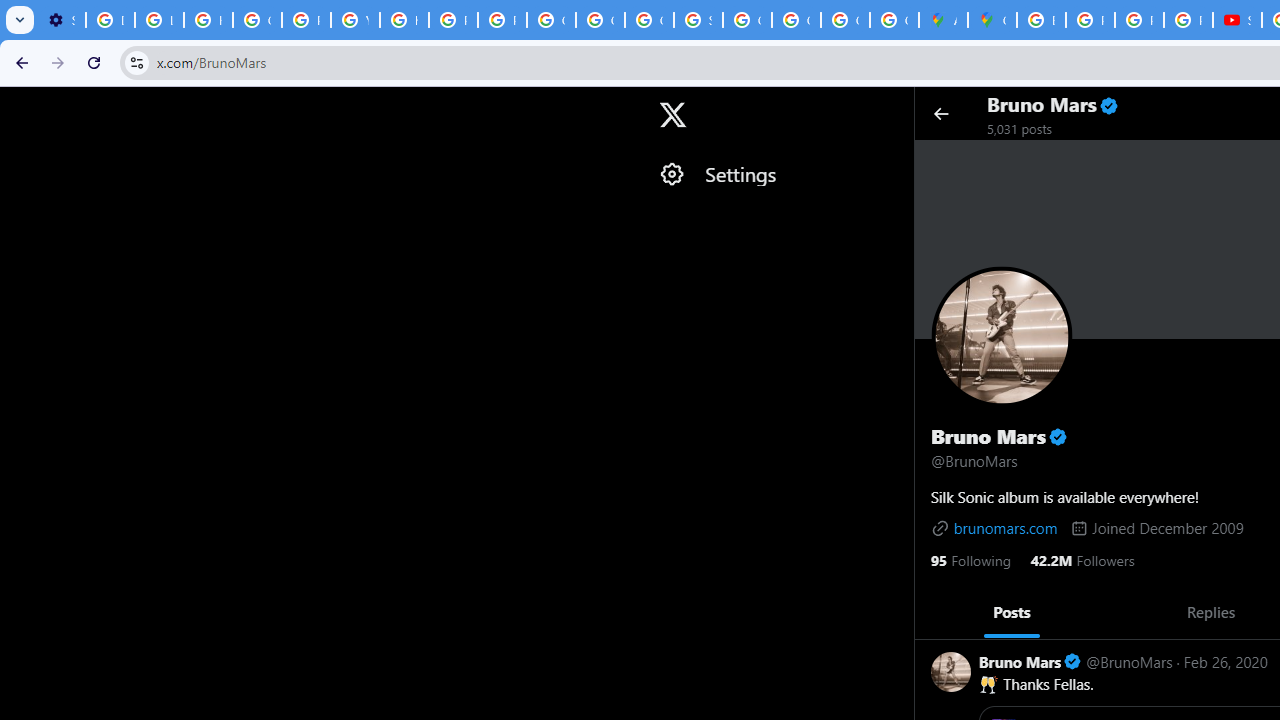 The height and width of the screenshot is (720, 1280). What do you see at coordinates (970, 559) in the screenshot?
I see `'95 Following'` at bounding box center [970, 559].